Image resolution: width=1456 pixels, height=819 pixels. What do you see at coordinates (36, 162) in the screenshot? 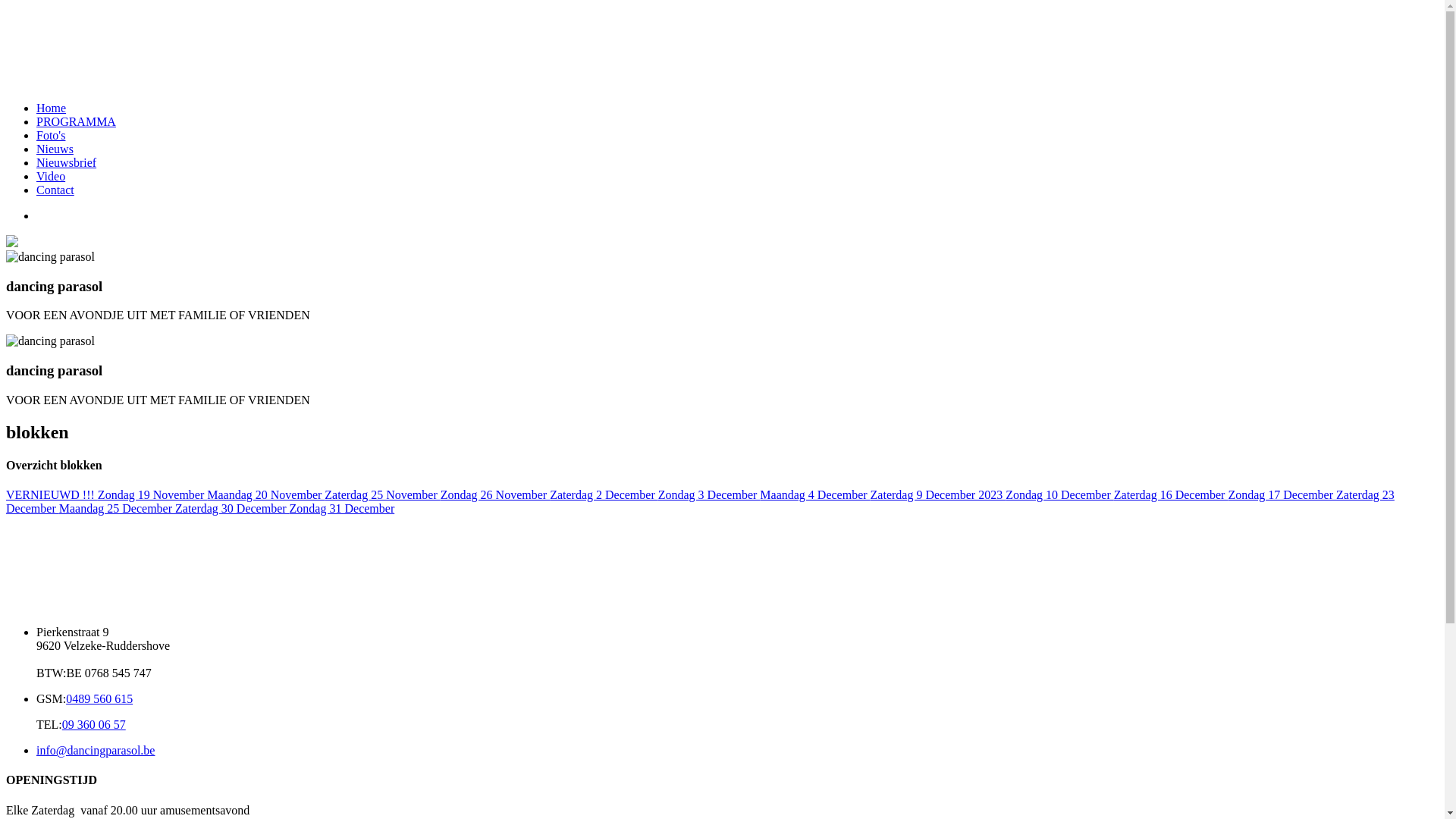
I see `'Nieuwsbrief'` at bounding box center [36, 162].